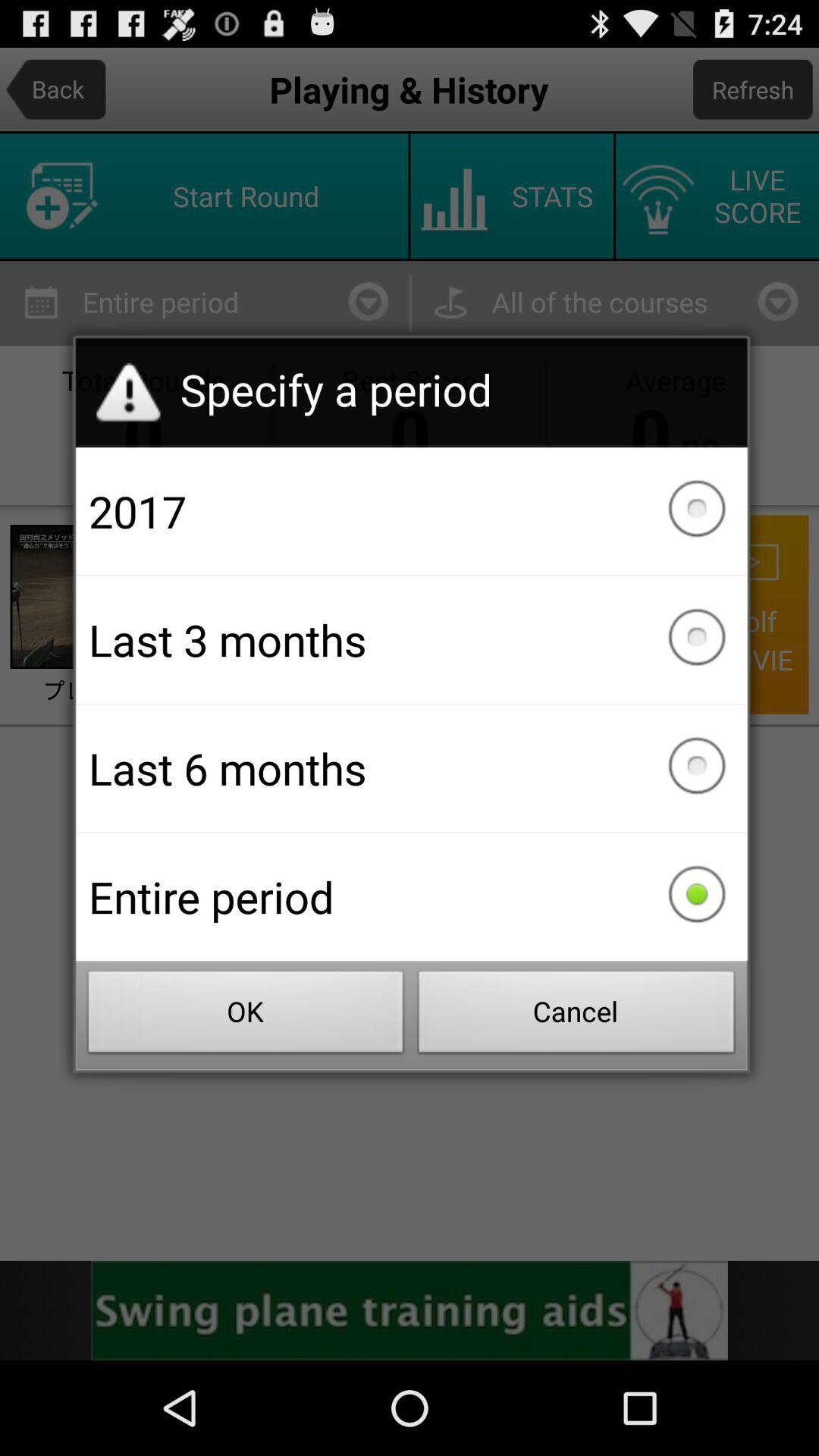  Describe the element at coordinates (576, 1016) in the screenshot. I see `the icon below the entire period checkbox` at that location.